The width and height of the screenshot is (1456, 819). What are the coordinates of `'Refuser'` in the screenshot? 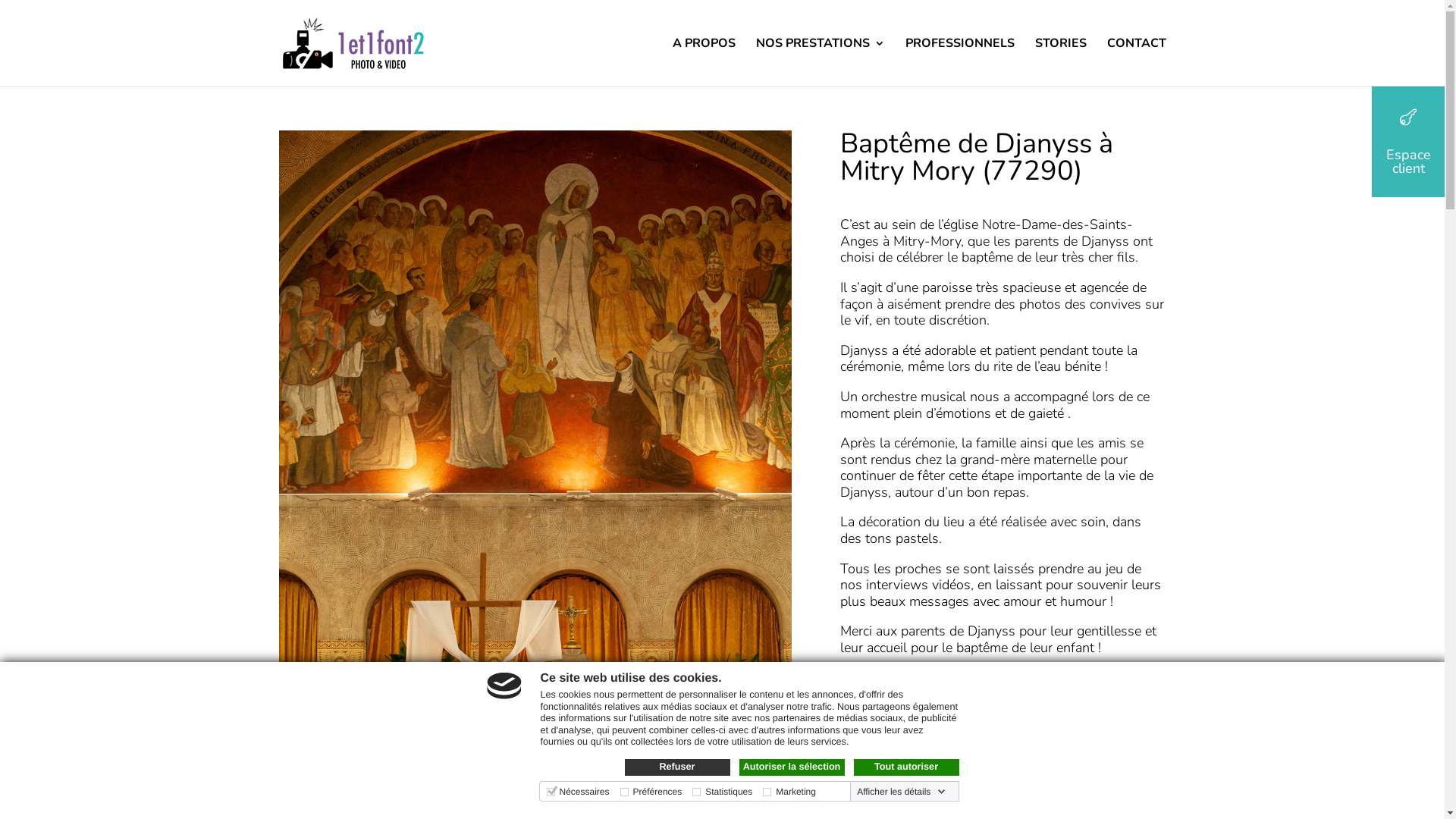 It's located at (676, 767).